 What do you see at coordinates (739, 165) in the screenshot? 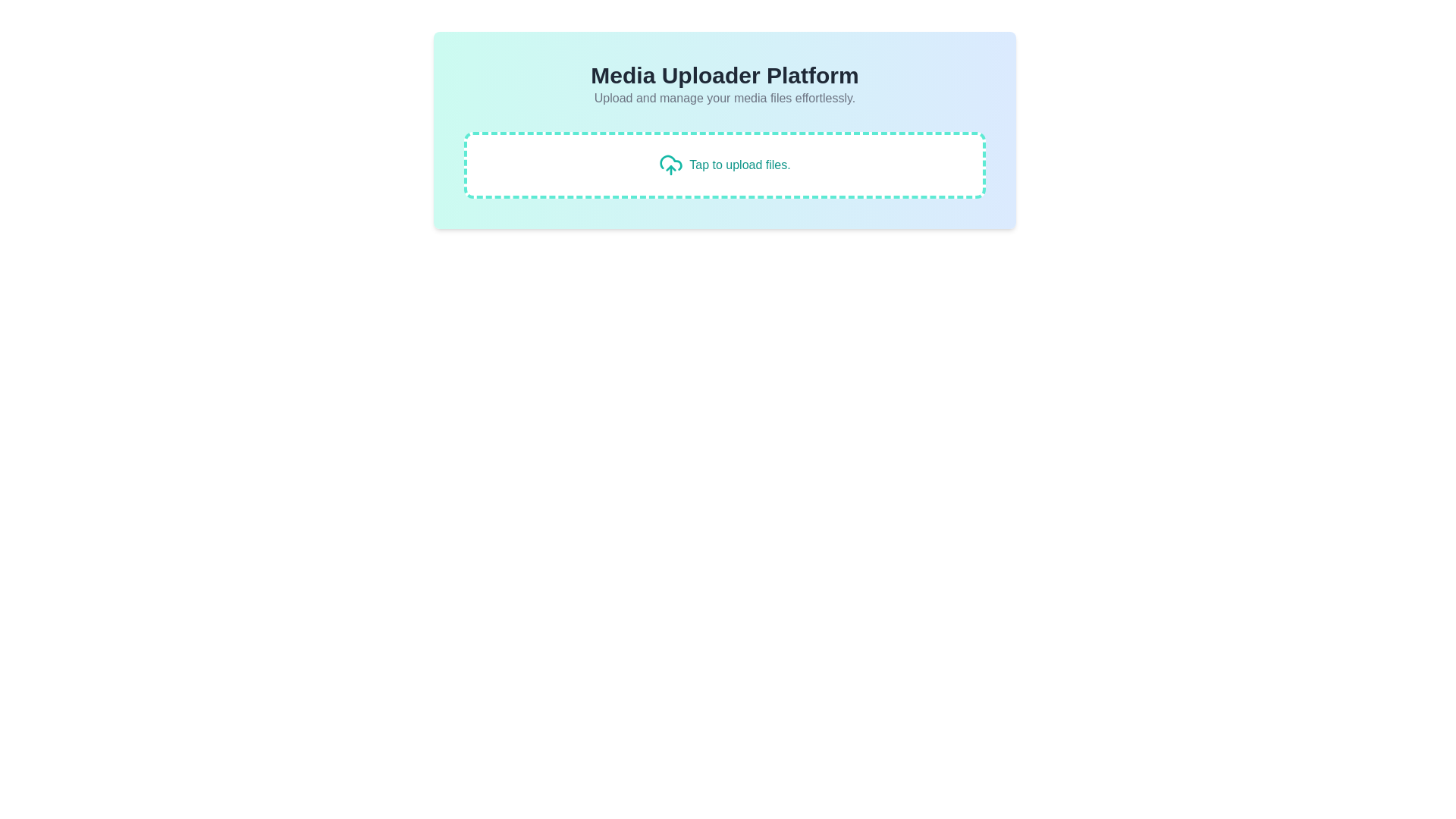
I see `the Text Label that instructs users to interact with the upload functionality, located to the right of the cloud-upload icon` at bounding box center [739, 165].